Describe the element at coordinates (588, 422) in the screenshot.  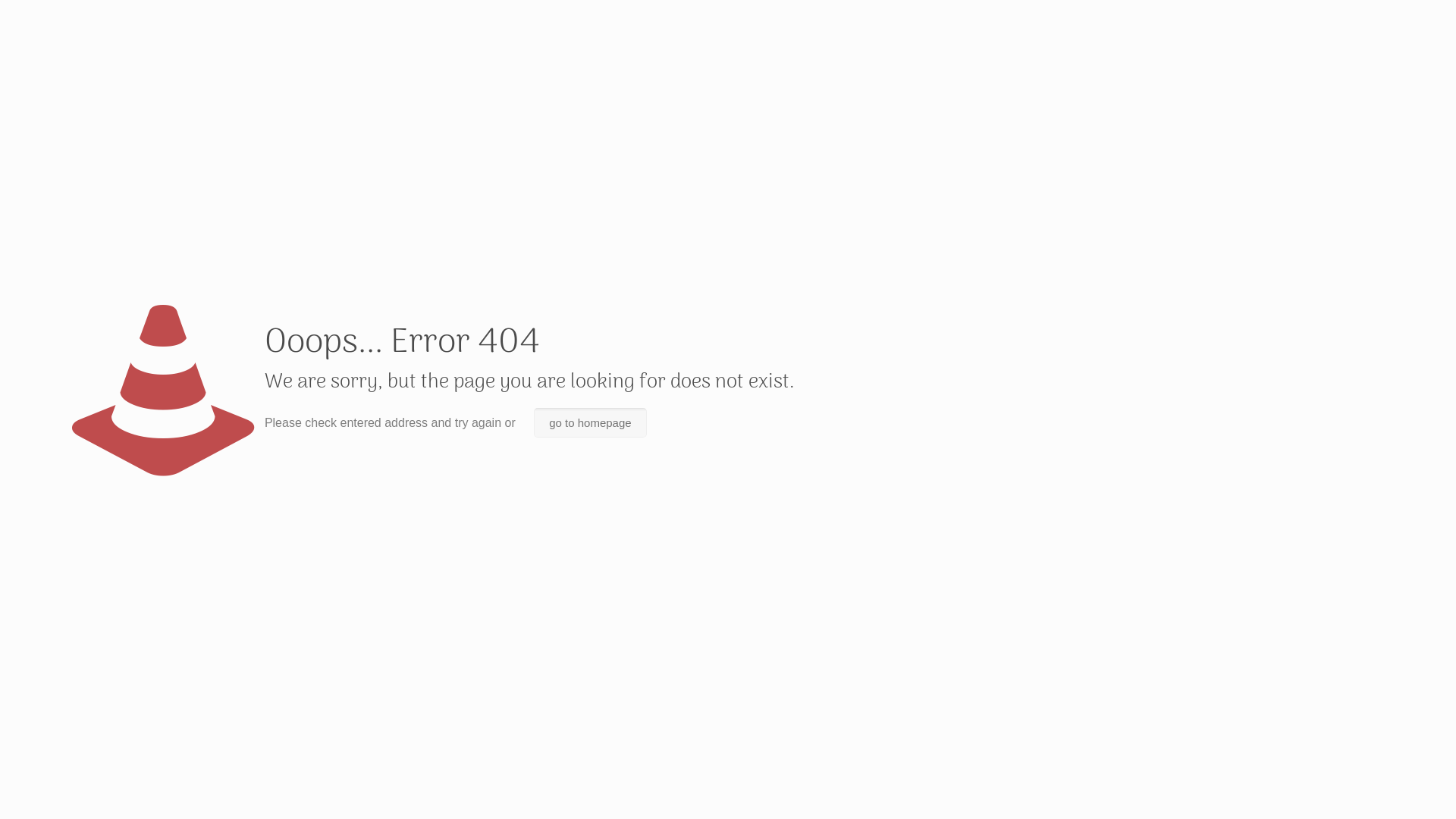
I see `'go to homepage'` at that location.